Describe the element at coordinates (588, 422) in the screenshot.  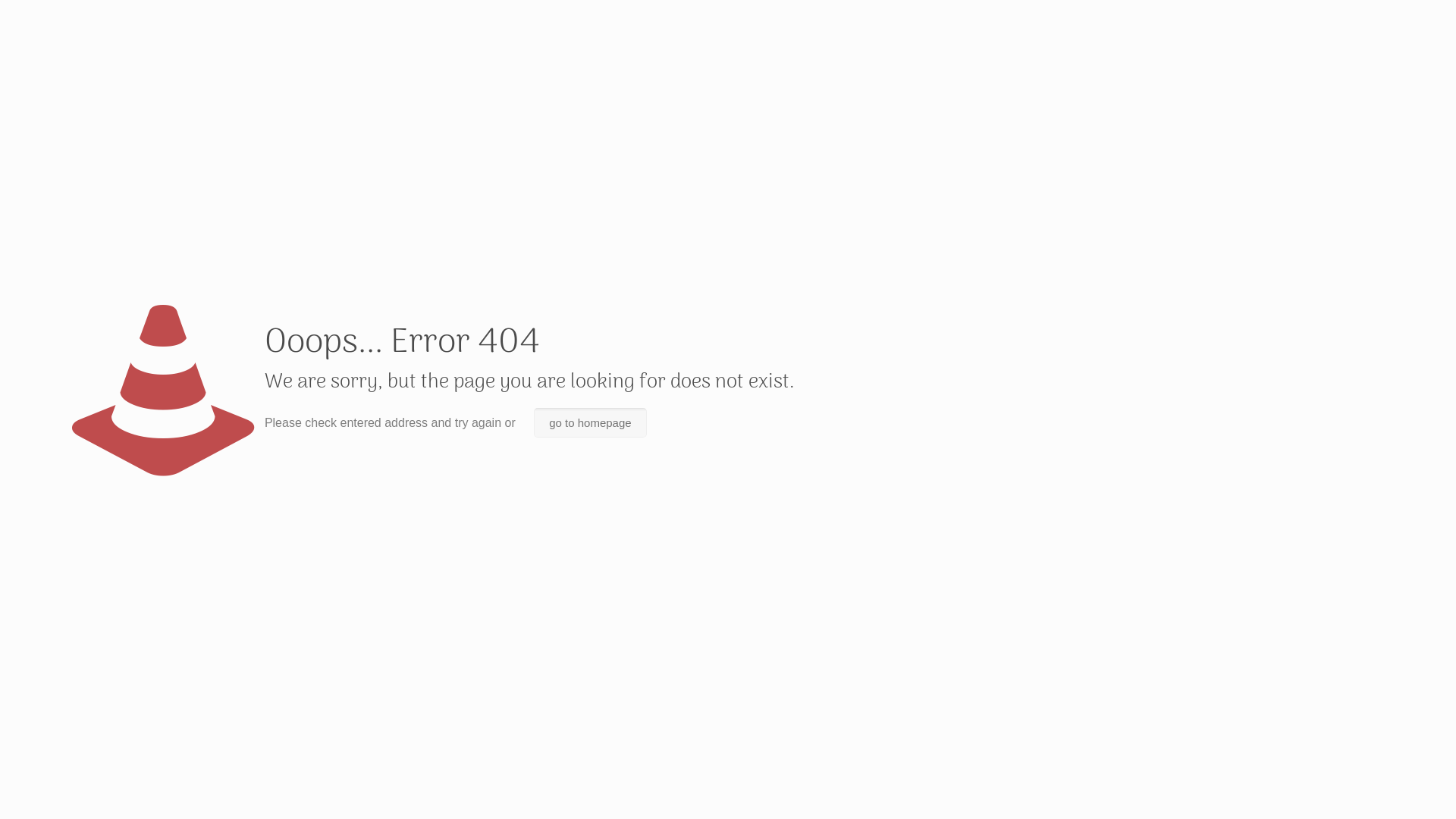
I see `'go to homepage'` at that location.